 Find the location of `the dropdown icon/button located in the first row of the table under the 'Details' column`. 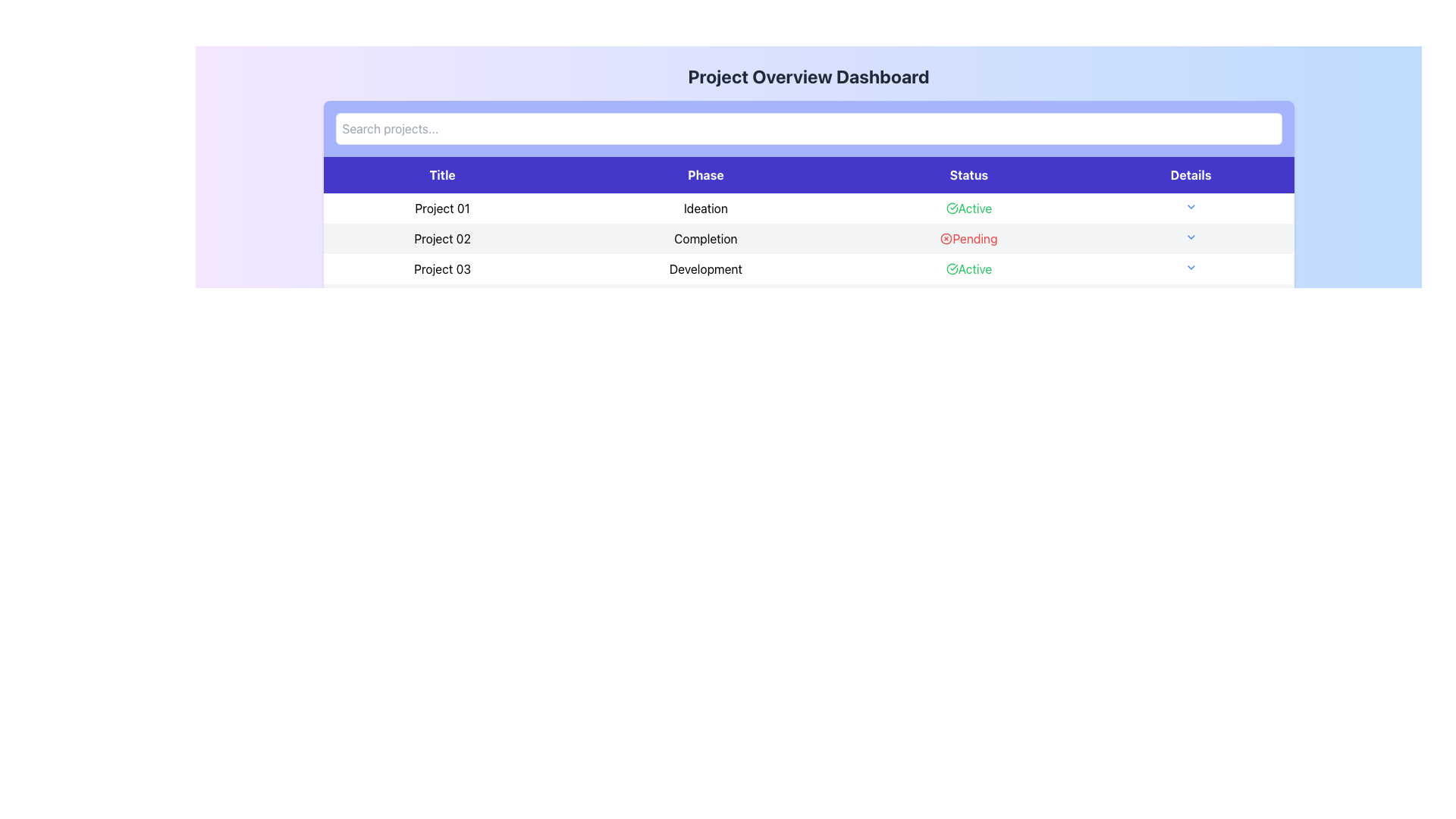

the dropdown icon/button located in the first row of the table under the 'Details' column is located at coordinates (1190, 207).